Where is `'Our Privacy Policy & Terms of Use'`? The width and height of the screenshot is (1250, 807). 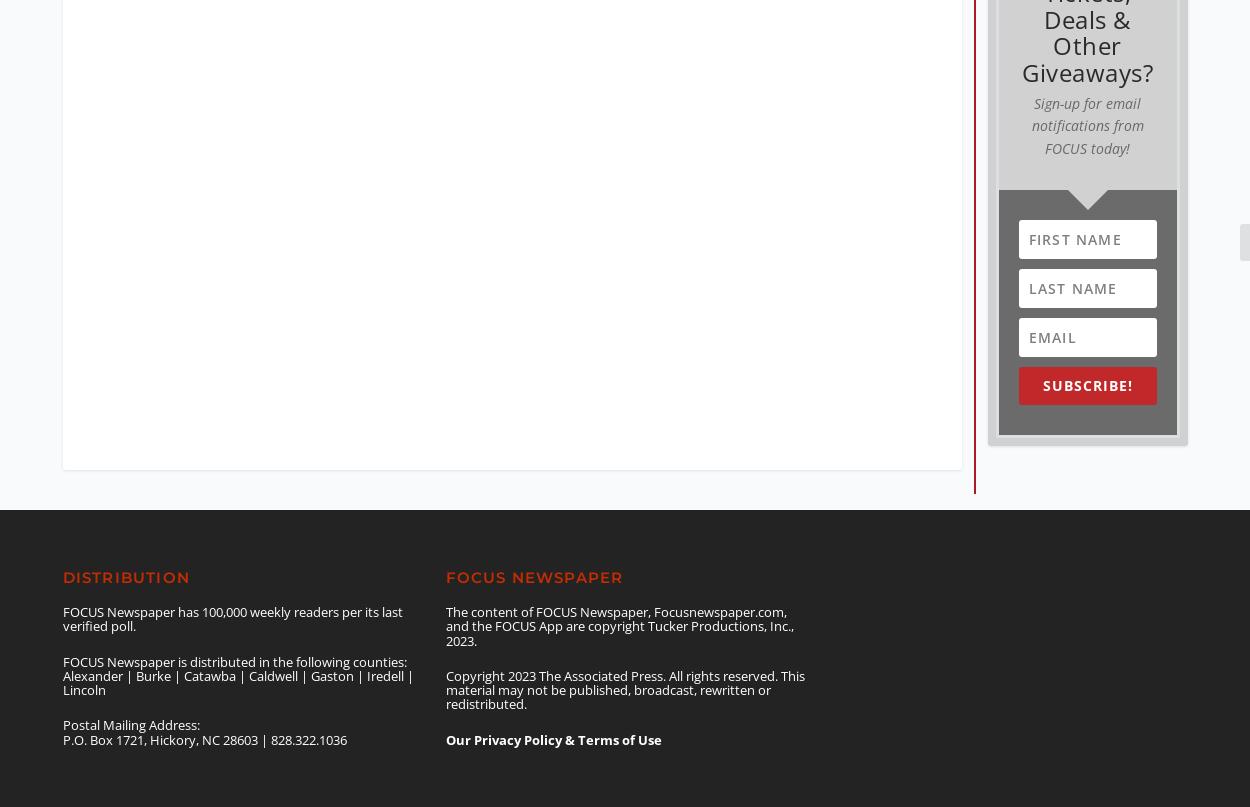
'Our Privacy Policy & Terms of Use' is located at coordinates (553, 722).